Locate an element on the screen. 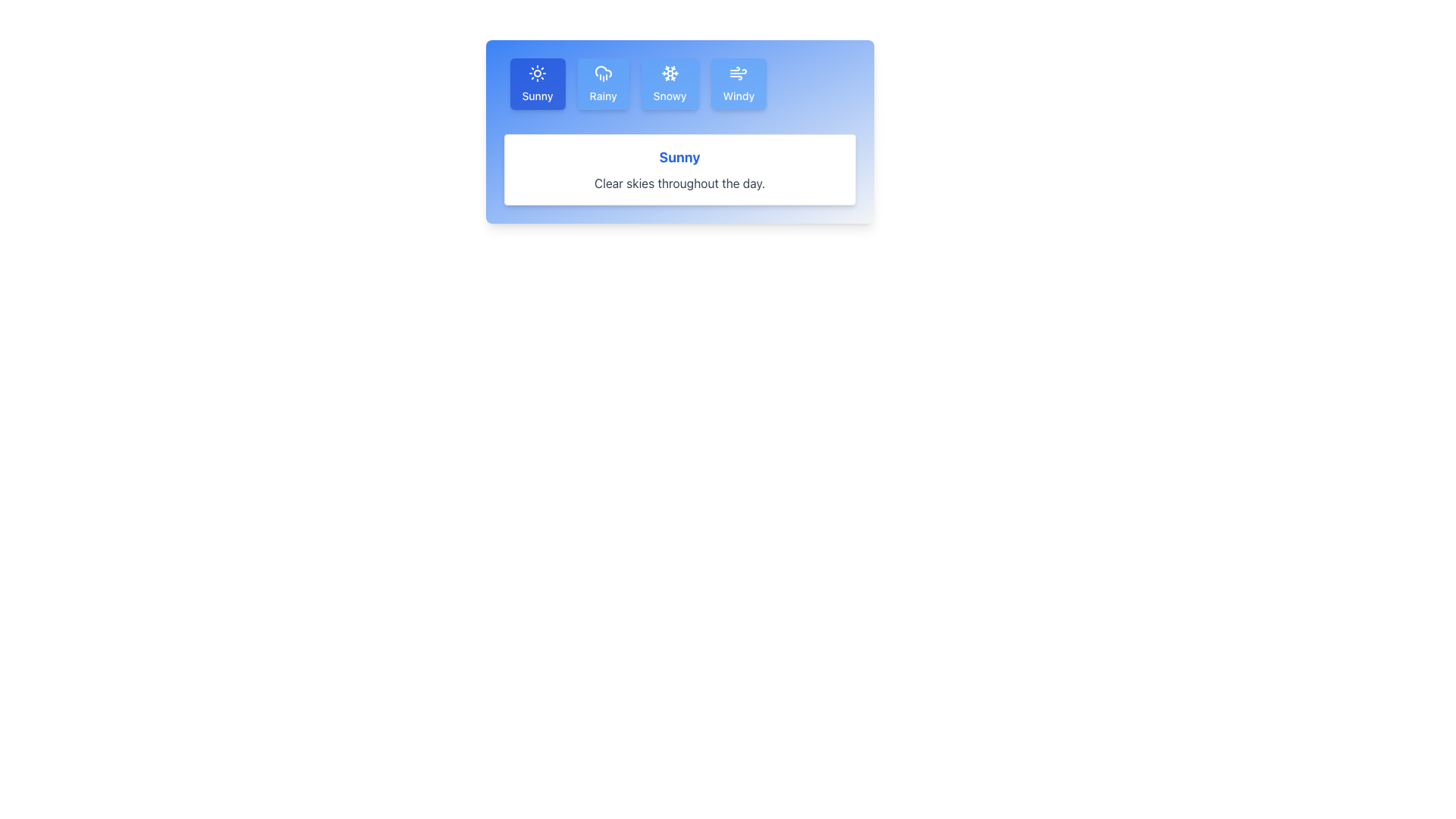 The image size is (1456, 819). the cloud and rain icon within the 'Rainy' button, which is the second button in the horizontal row of weather options located at the upper area of the interface is located at coordinates (602, 73).